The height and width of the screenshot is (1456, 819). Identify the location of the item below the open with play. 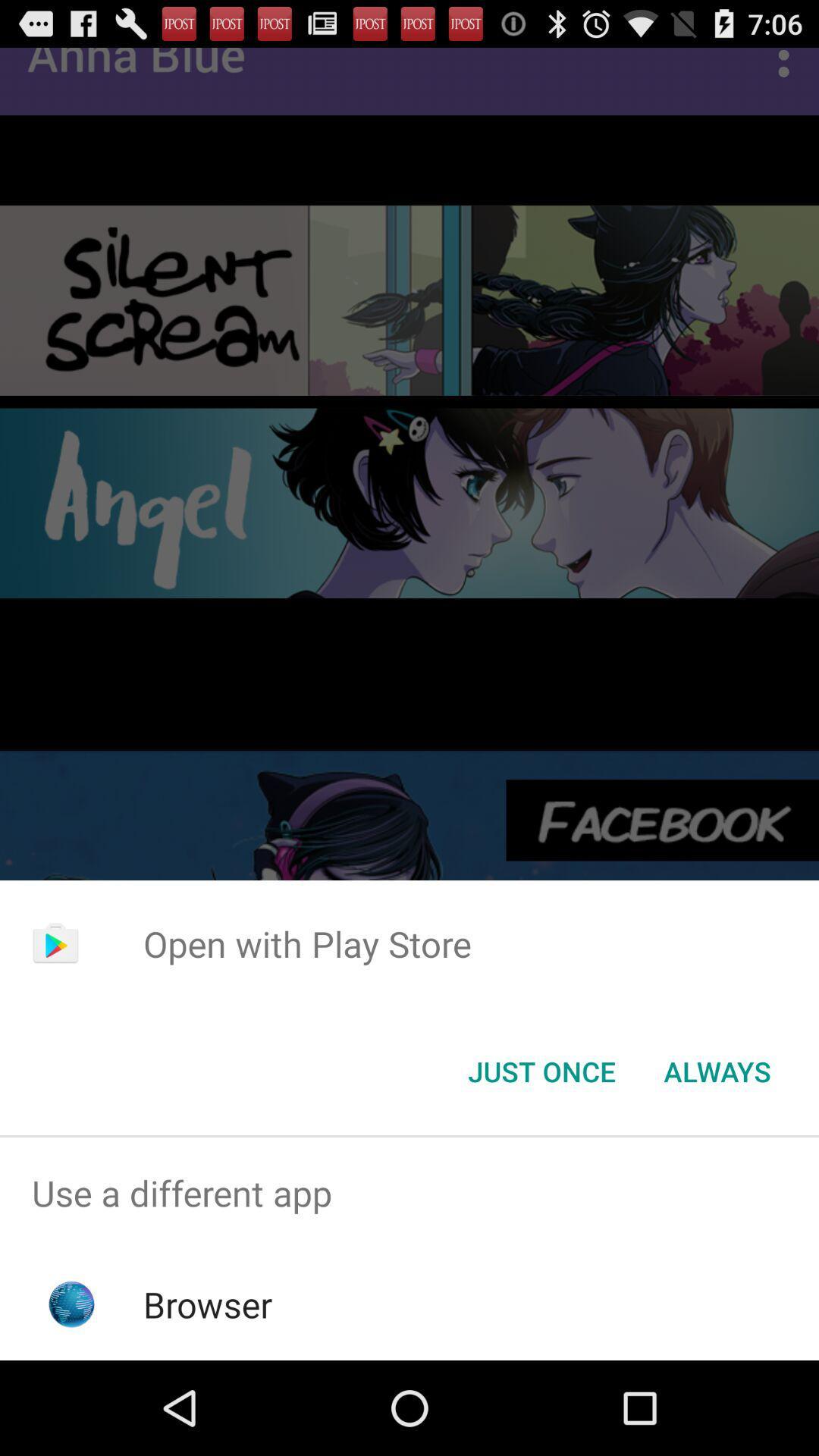
(717, 1070).